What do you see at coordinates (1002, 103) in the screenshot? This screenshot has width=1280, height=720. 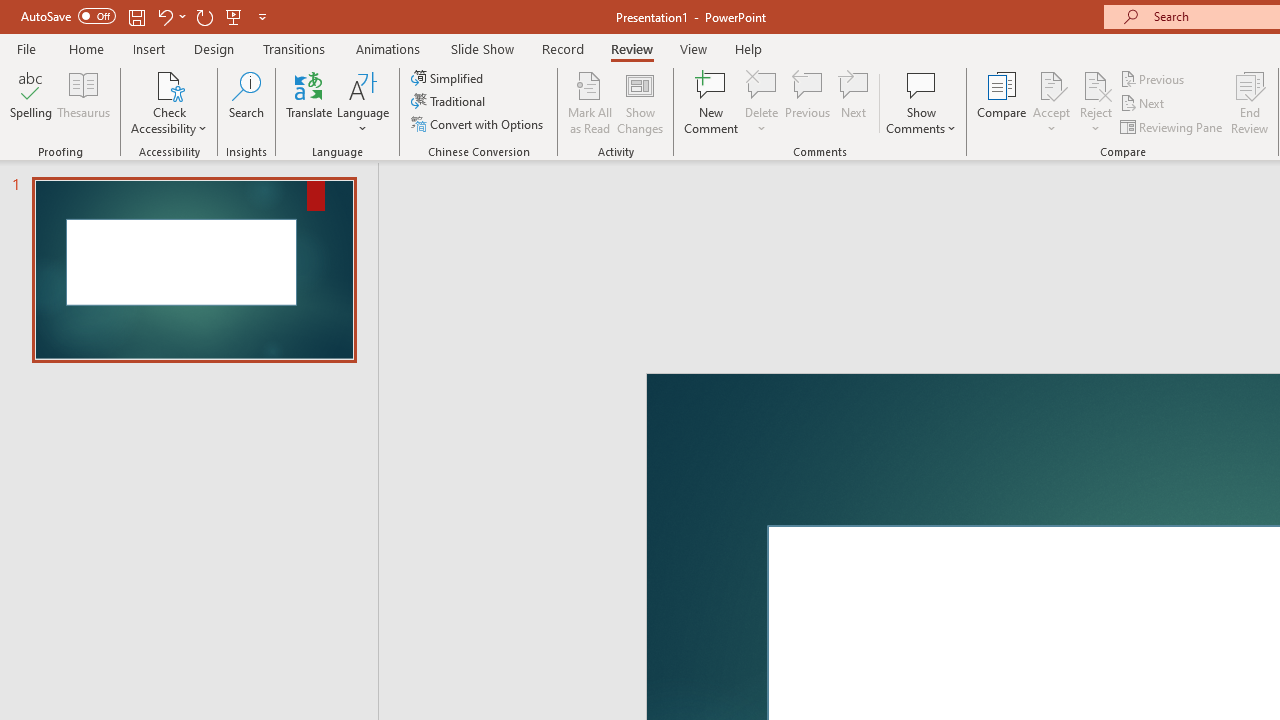 I see `'Compare'` at bounding box center [1002, 103].